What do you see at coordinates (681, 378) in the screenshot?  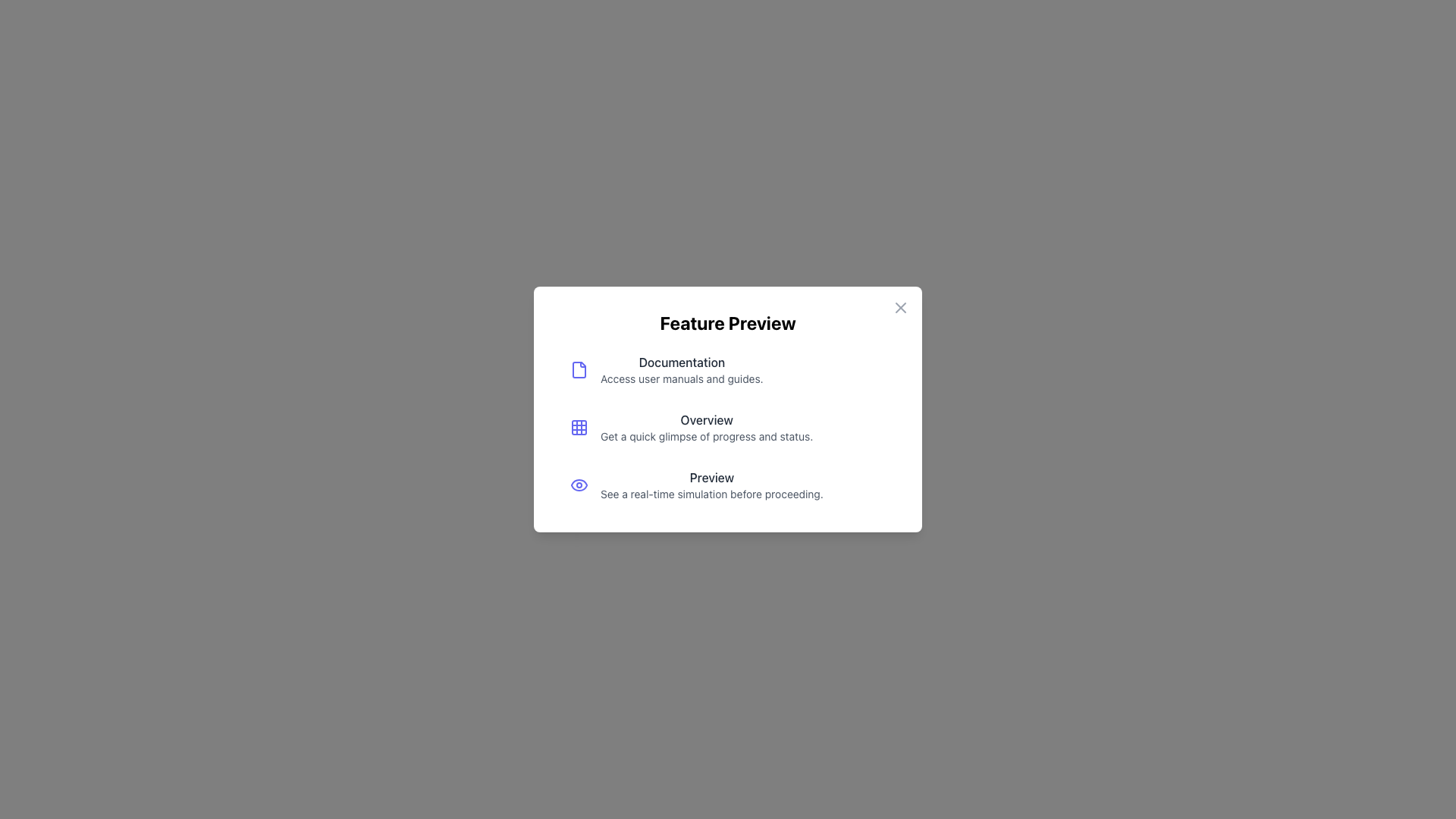 I see `the static text label that provides a brief description for the 'Documentation' feature, located beneath the heading 'Documentation' in the 'Feature Preview' modal` at bounding box center [681, 378].